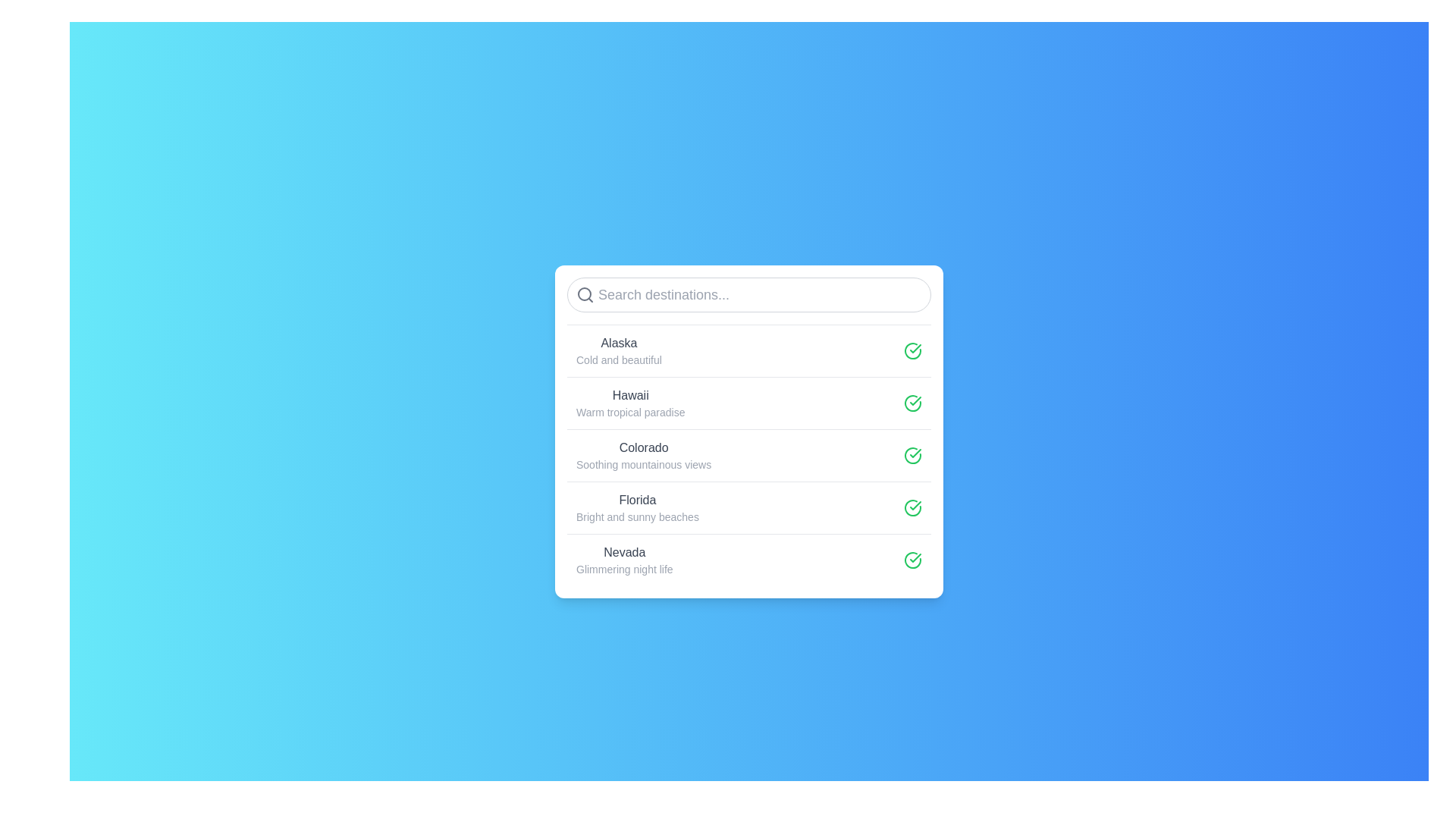 The image size is (1456, 819). I want to click on the third entry in the vertically arranged list, which contains a bold title and a lighter subtitle, located within a white box with selectable options, so click(749, 454).